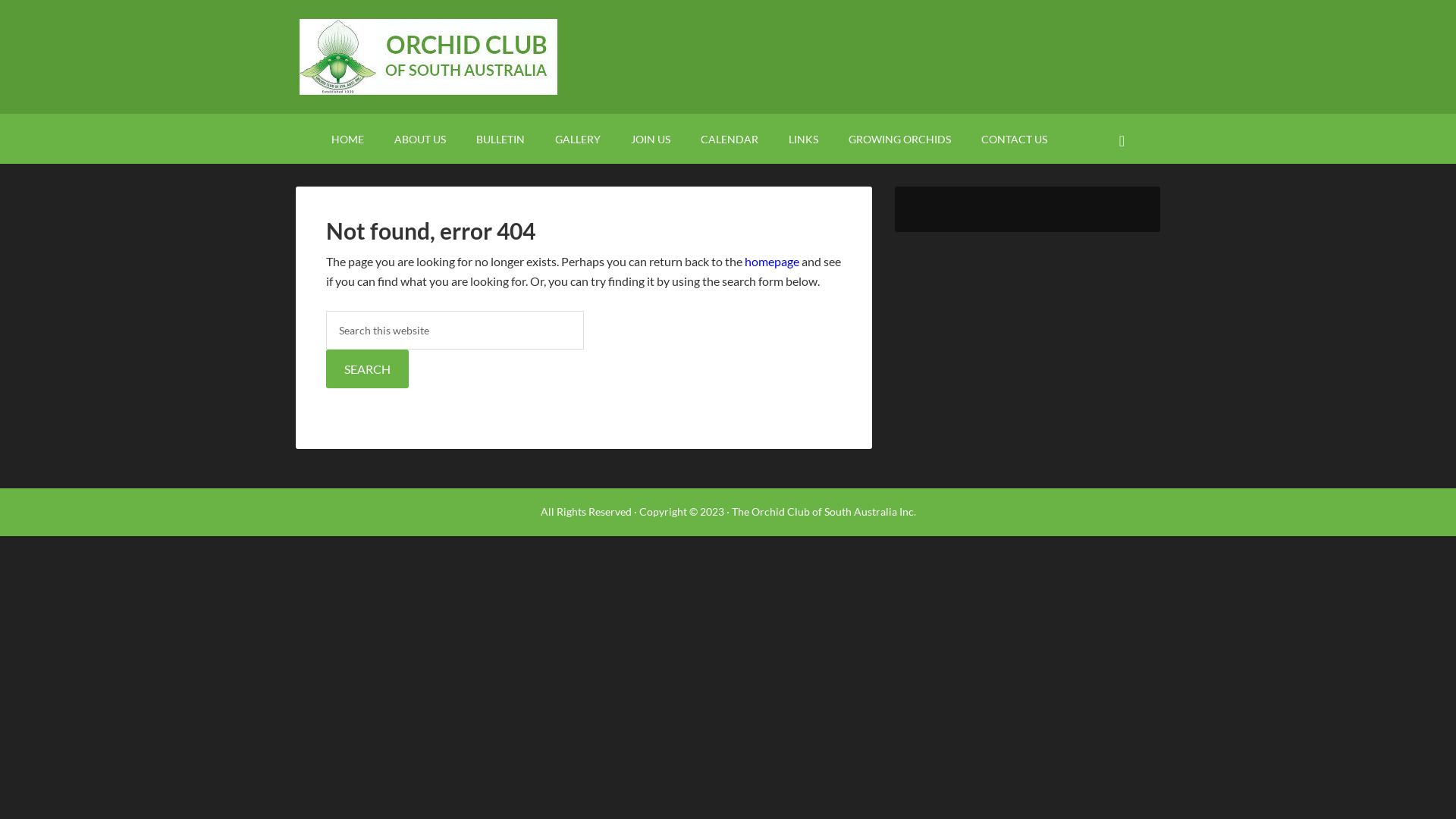  What do you see at coordinates (367, 369) in the screenshot?
I see `'Search'` at bounding box center [367, 369].